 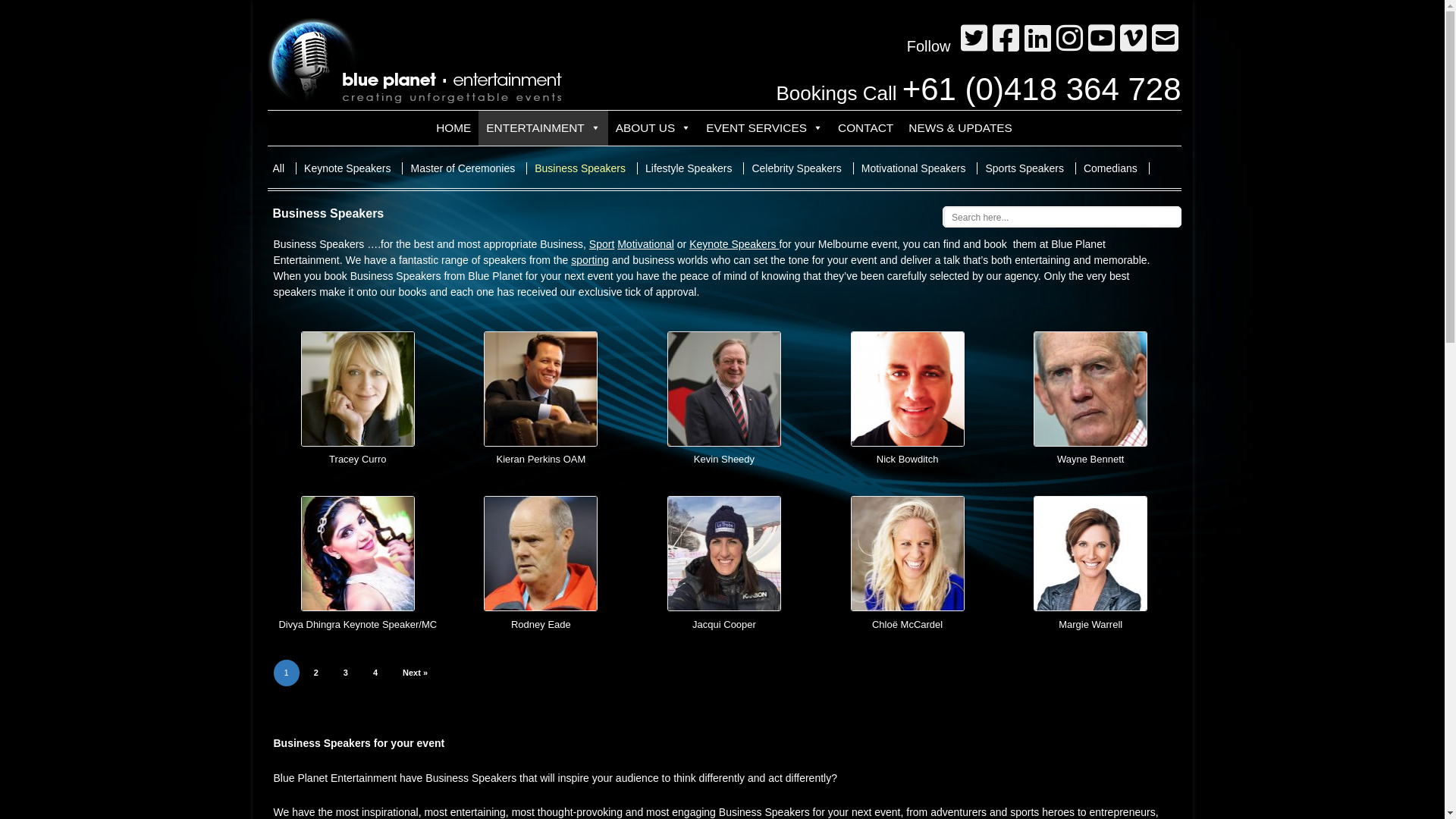 I want to click on 'Margie Warrell', so click(x=1090, y=553).